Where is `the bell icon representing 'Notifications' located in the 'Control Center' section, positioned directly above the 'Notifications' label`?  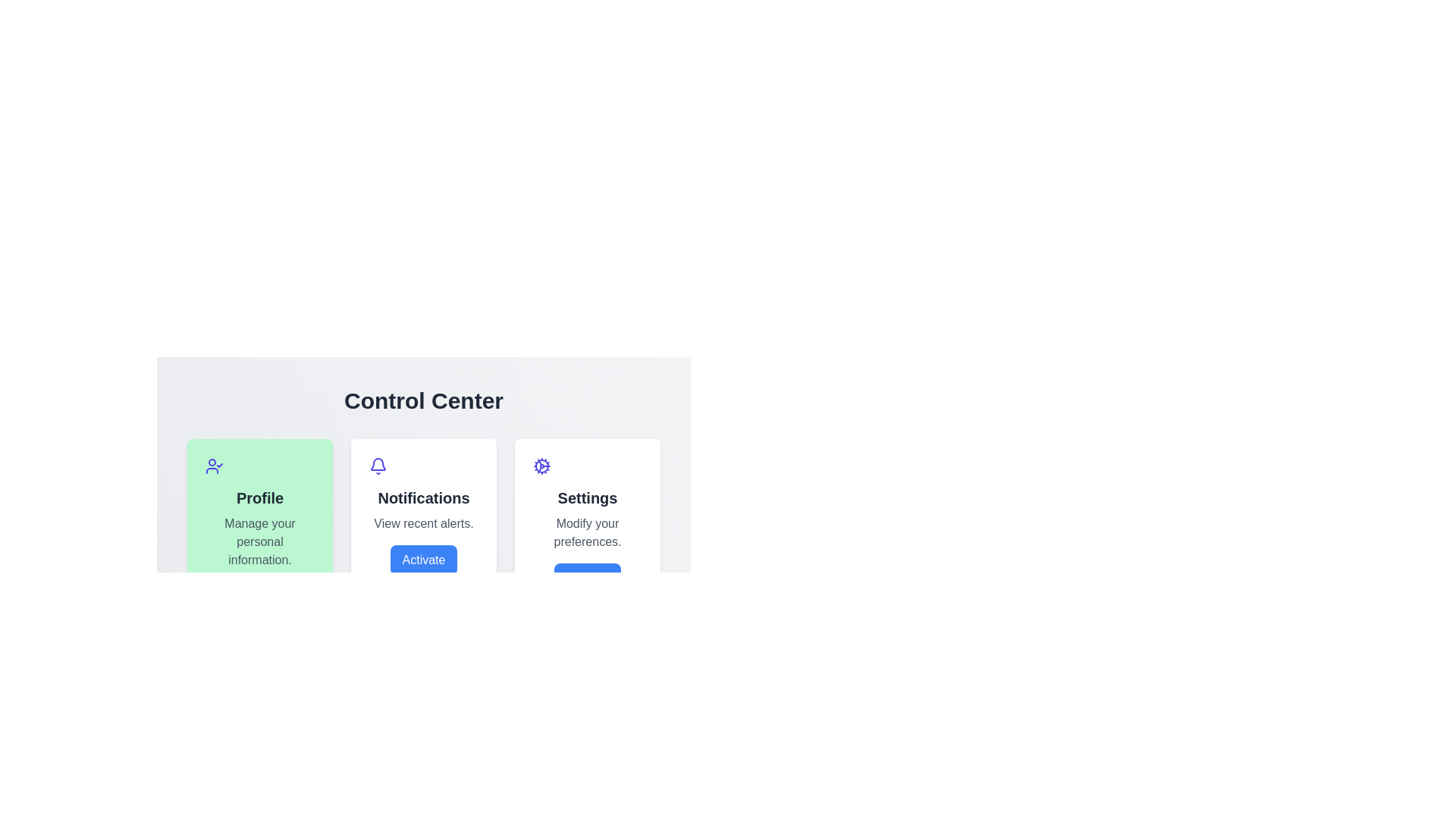 the bell icon representing 'Notifications' located in the 'Control Center' section, positioned directly above the 'Notifications' label is located at coordinates (378, 465).